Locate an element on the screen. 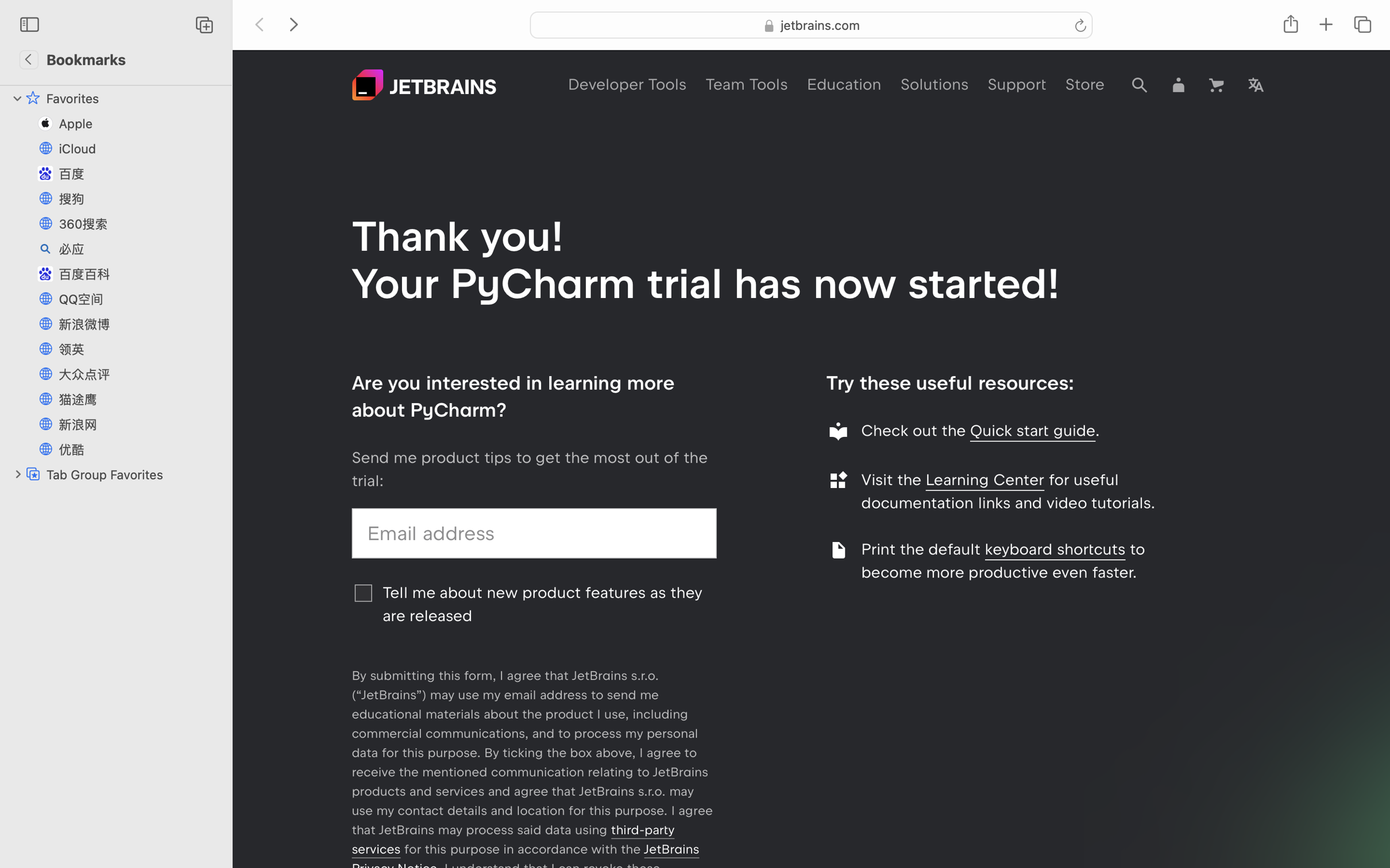 Image resolution: width=1390 pixels, height=868 pixels. 'Try these useful resources:' is located at coordinates (951, 382).